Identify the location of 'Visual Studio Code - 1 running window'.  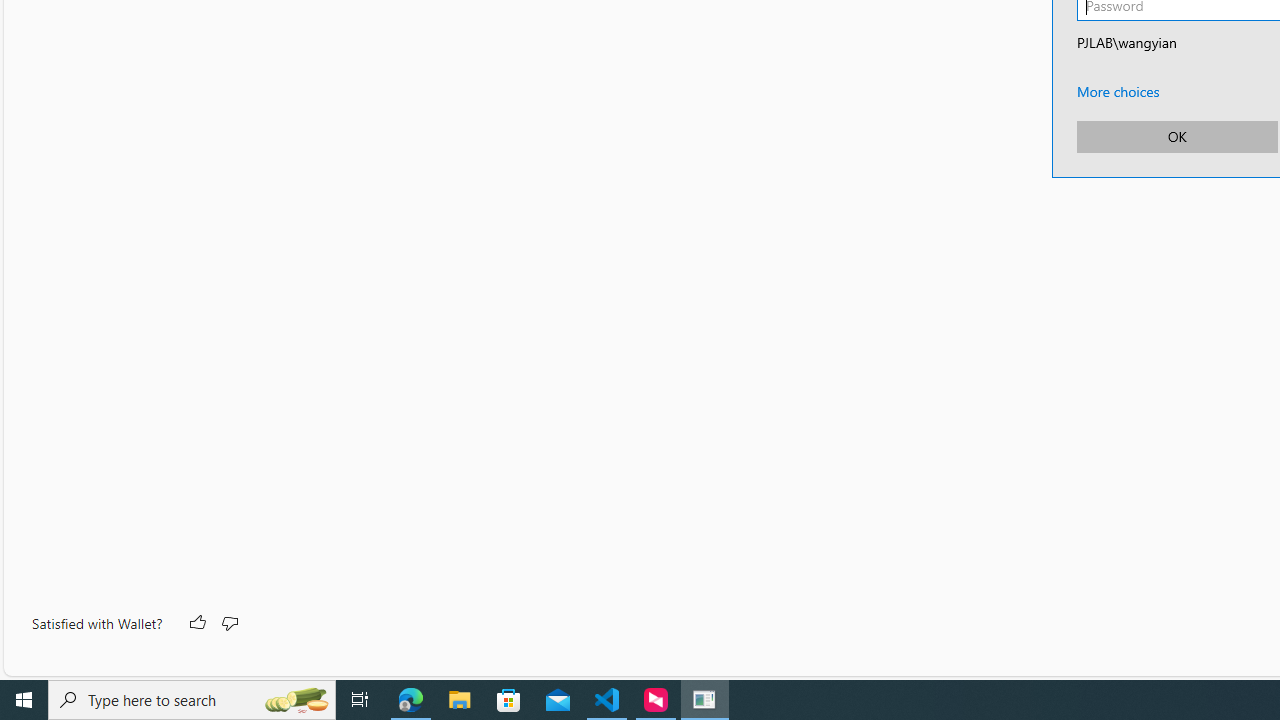
(606, 698).